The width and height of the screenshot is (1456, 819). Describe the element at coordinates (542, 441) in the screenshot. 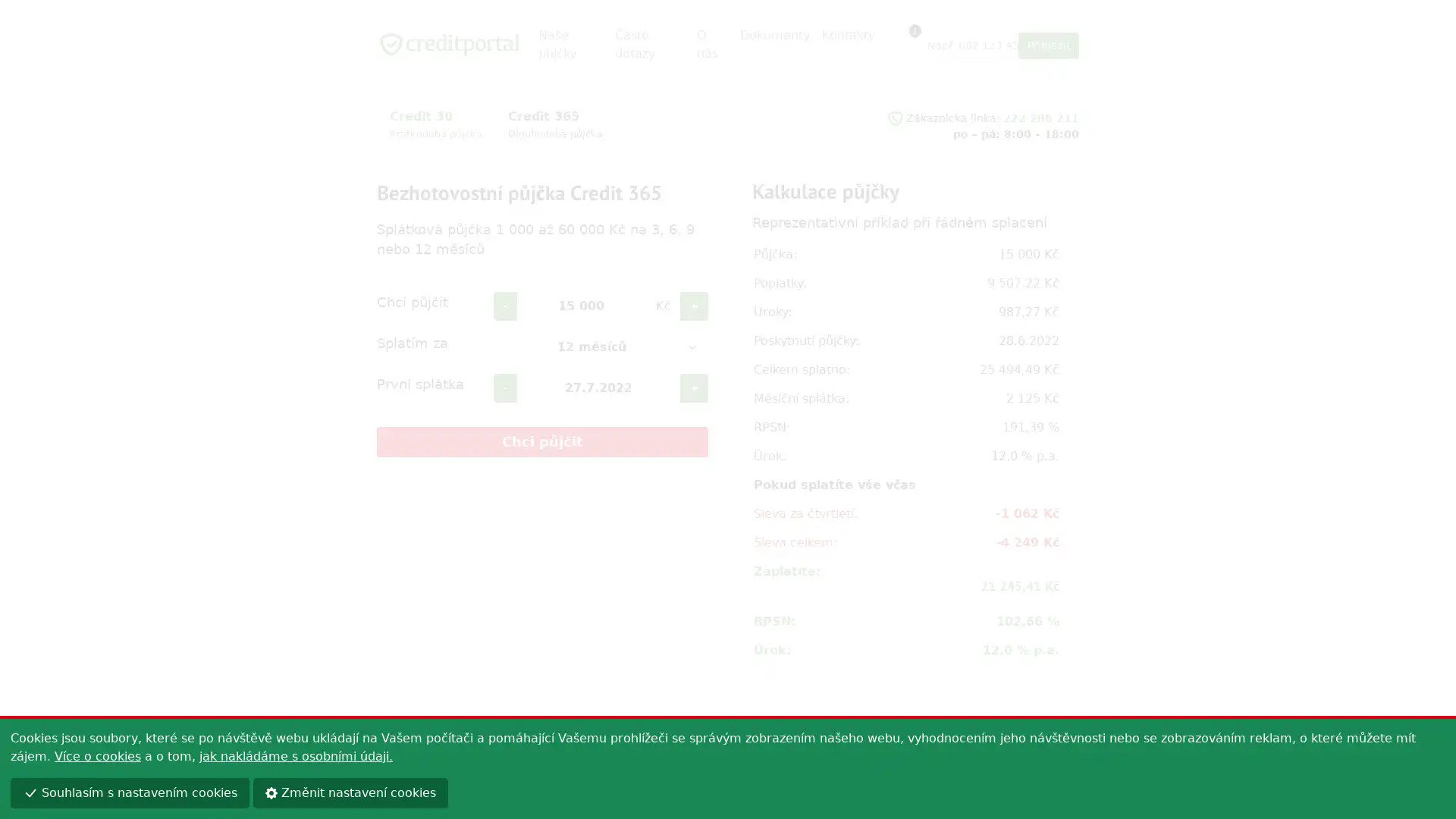

I see `Chci pujcit` at that location.